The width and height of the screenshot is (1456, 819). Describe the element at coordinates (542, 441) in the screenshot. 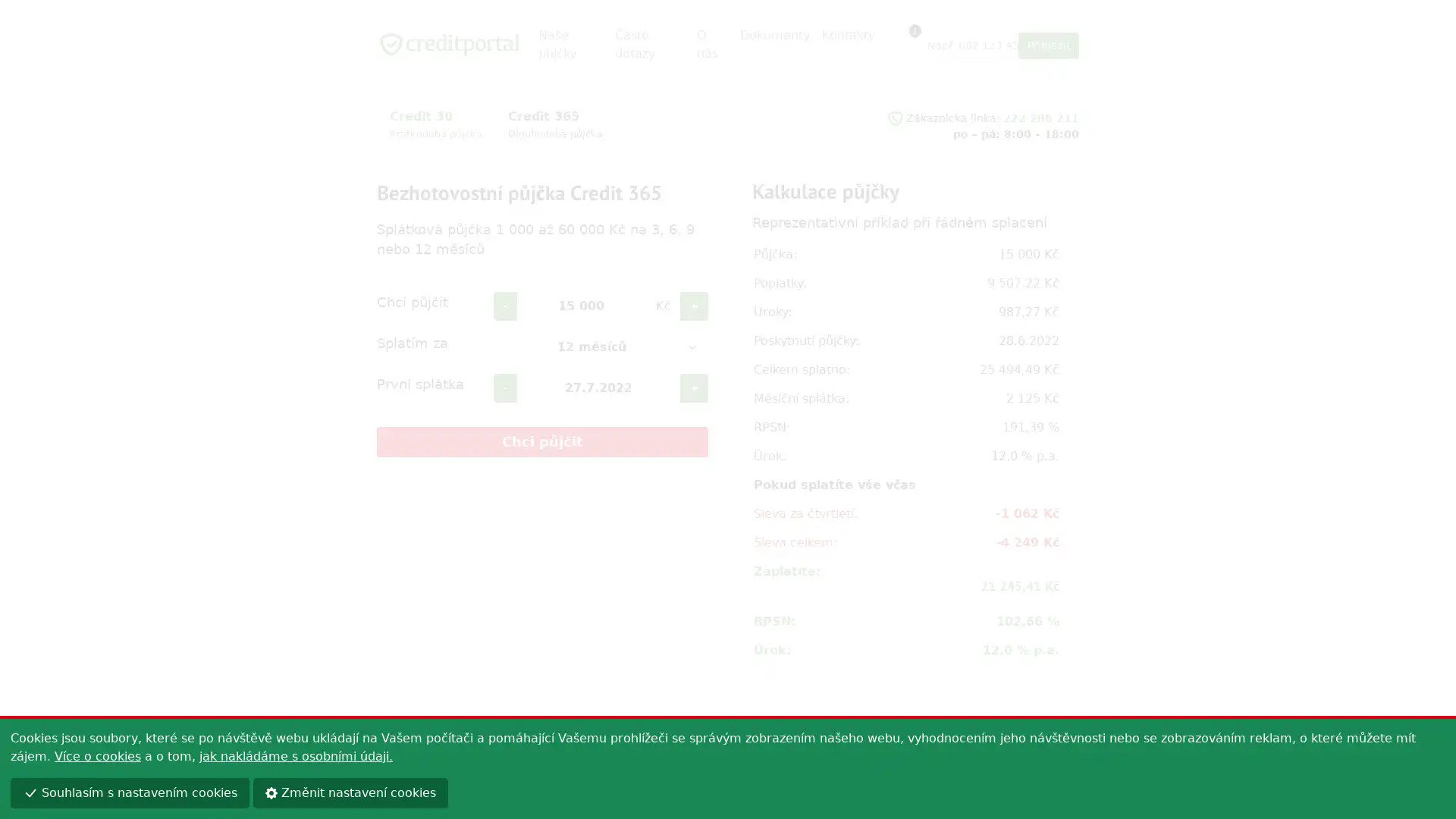

I see `Chci pujcit` at that location.